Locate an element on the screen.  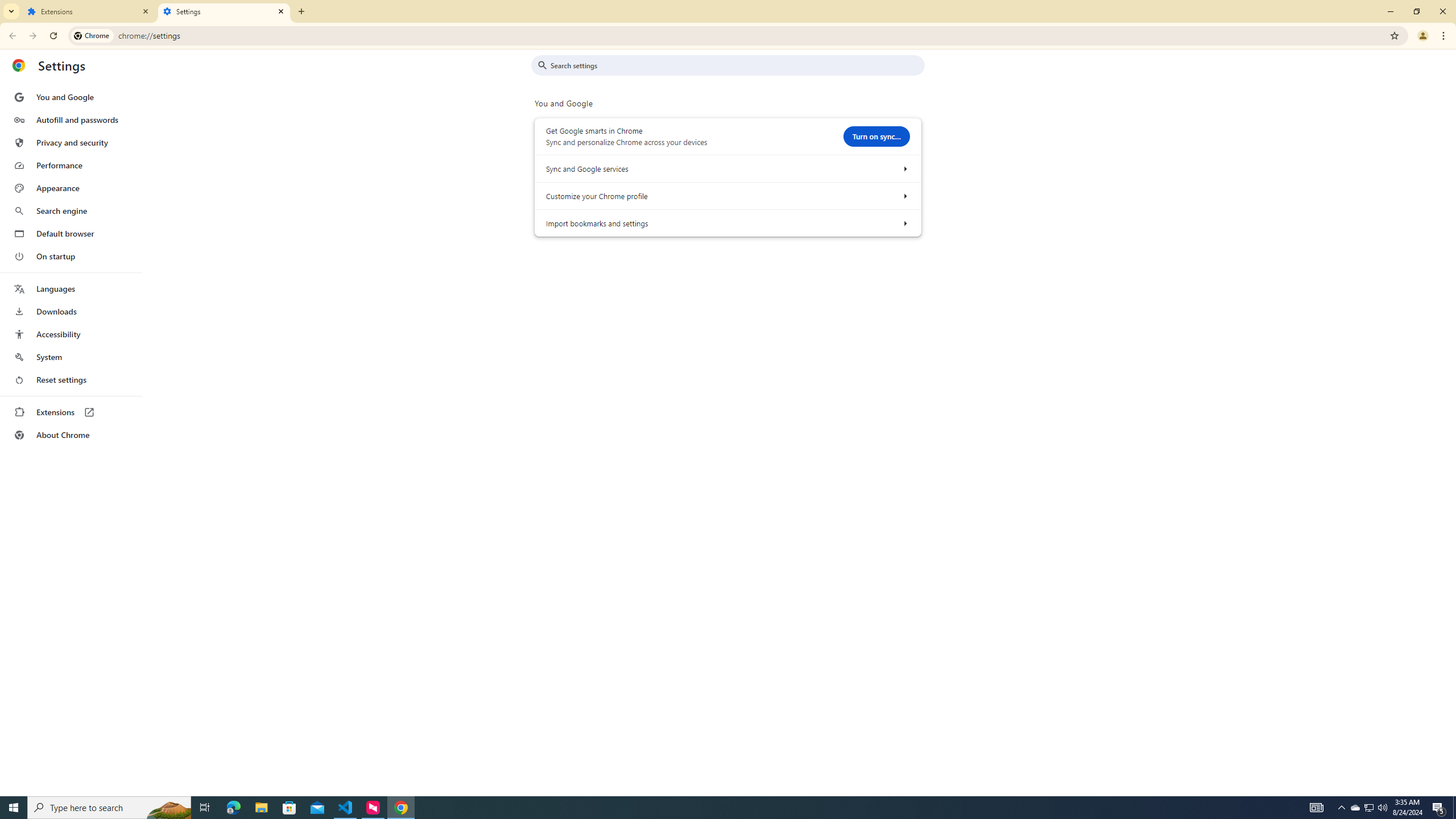
'Settings' is located at coordinates (224, 11).